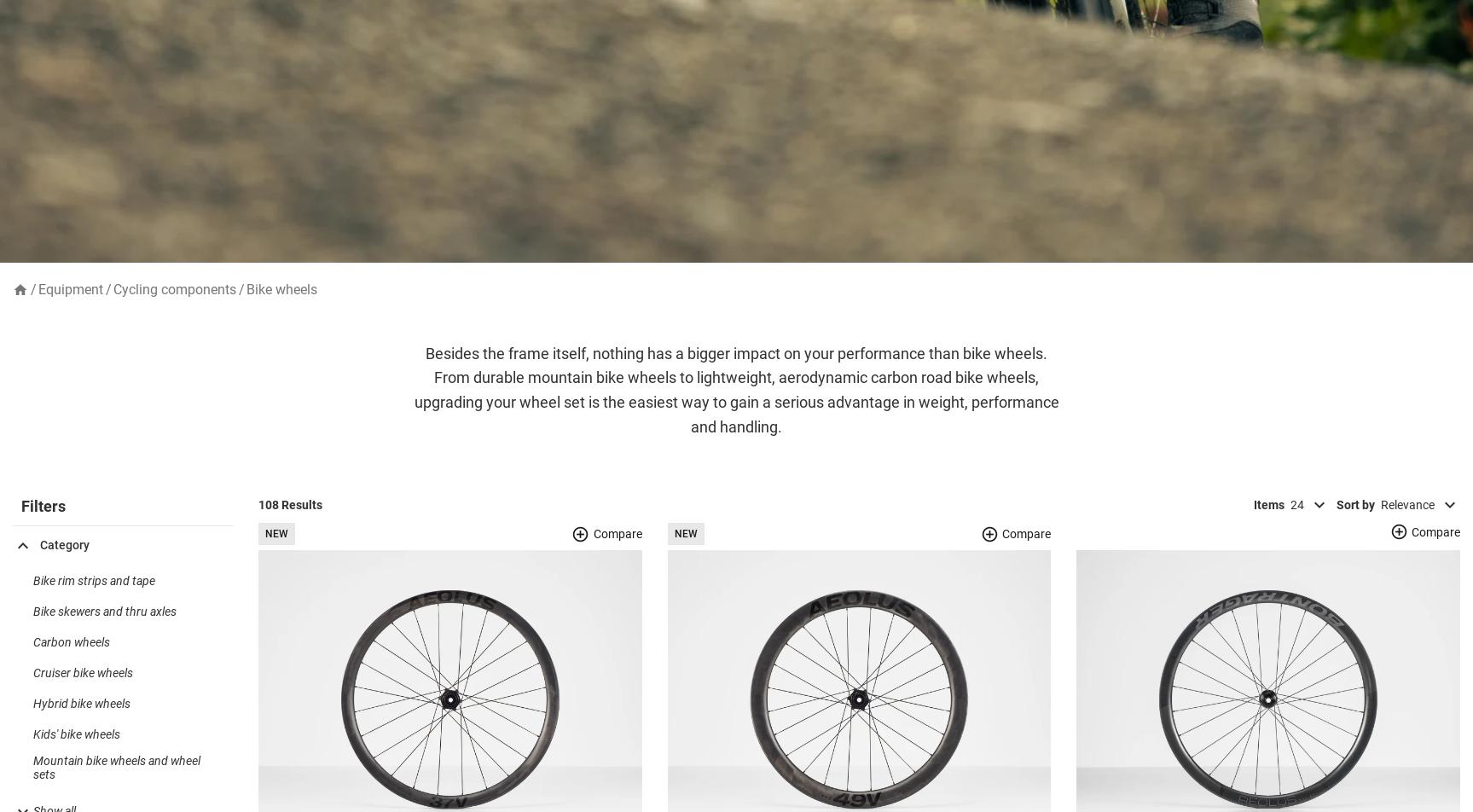 This screenshot has height=812, width=1473. I want to click on 'Kids' bike wheels', so click(76, 761).